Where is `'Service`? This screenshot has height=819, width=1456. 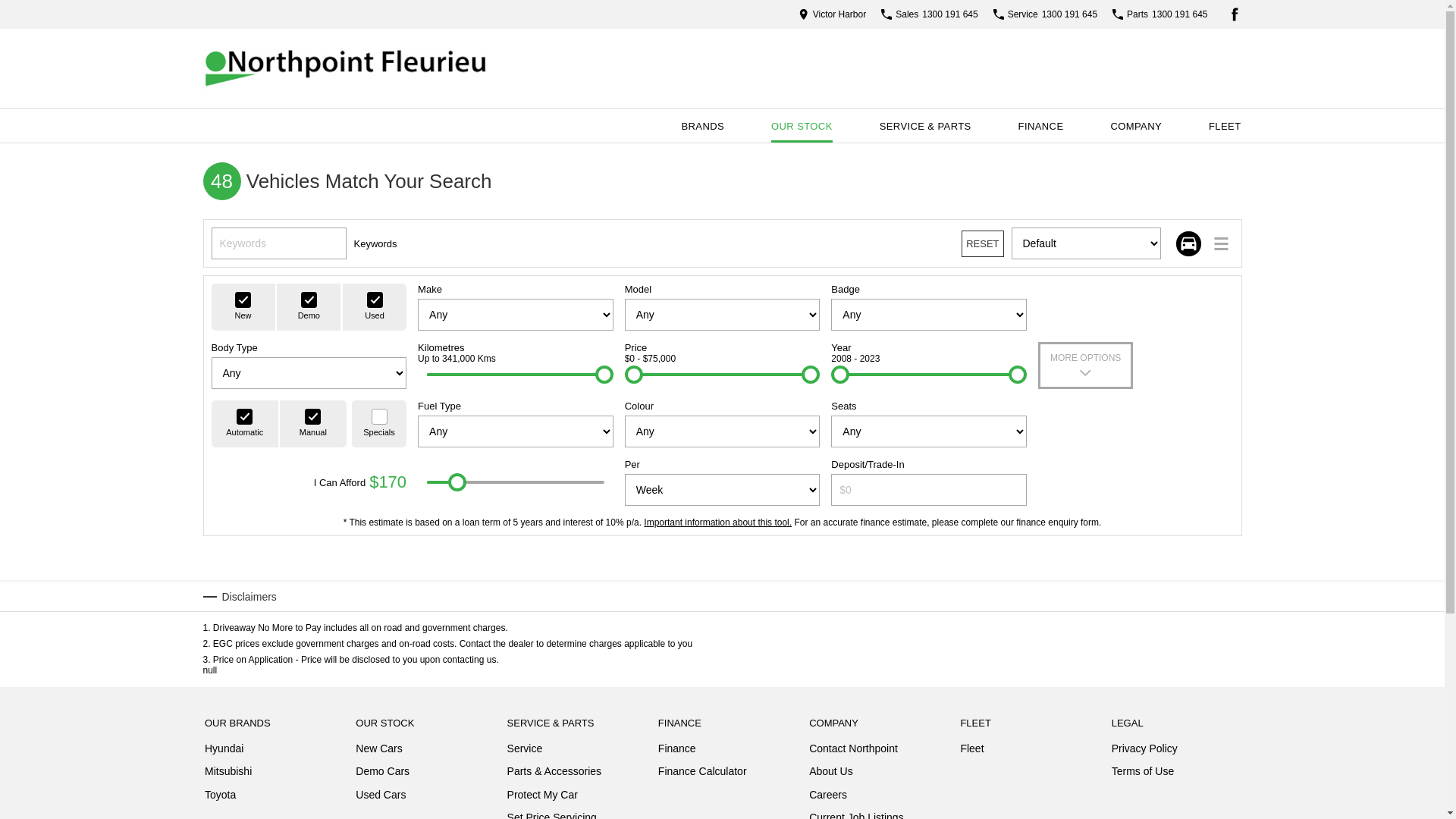
'Service is located at coordinates (1044, 14).